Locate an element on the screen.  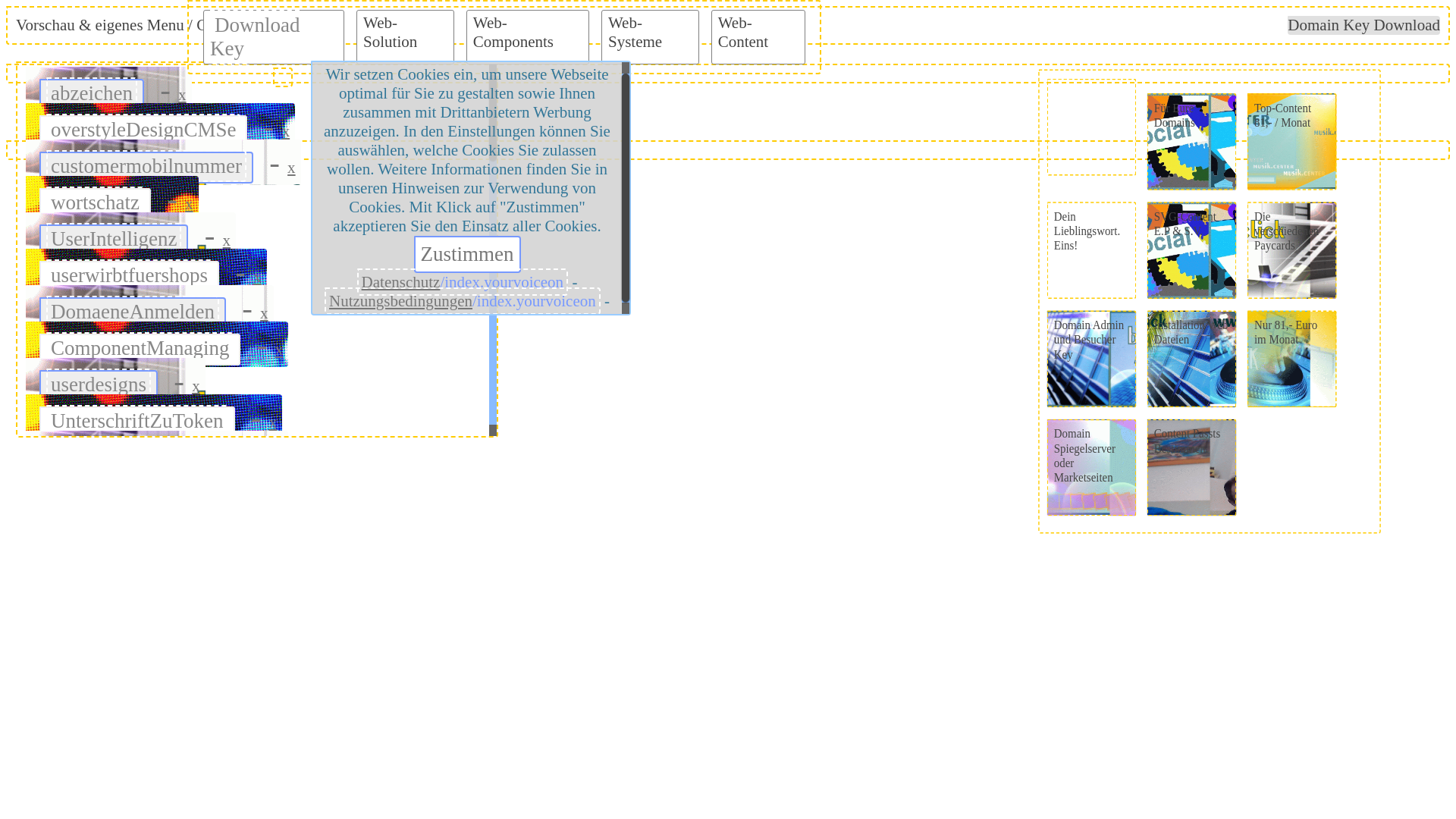
'UserIntelligenz - x' is located at coordinates (130, 234).